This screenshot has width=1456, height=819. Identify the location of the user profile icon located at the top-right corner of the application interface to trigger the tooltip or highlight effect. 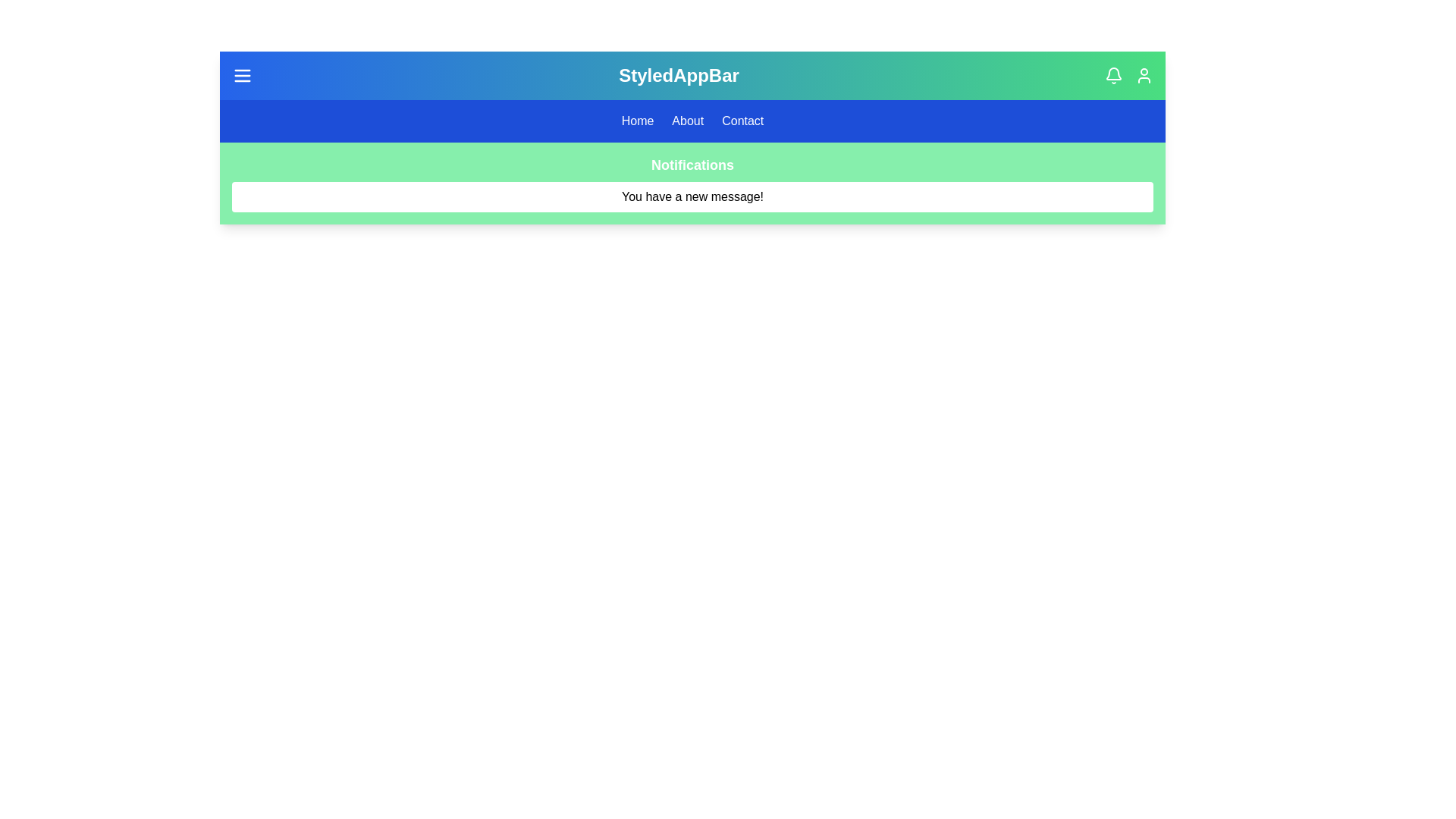
(1144, 76).